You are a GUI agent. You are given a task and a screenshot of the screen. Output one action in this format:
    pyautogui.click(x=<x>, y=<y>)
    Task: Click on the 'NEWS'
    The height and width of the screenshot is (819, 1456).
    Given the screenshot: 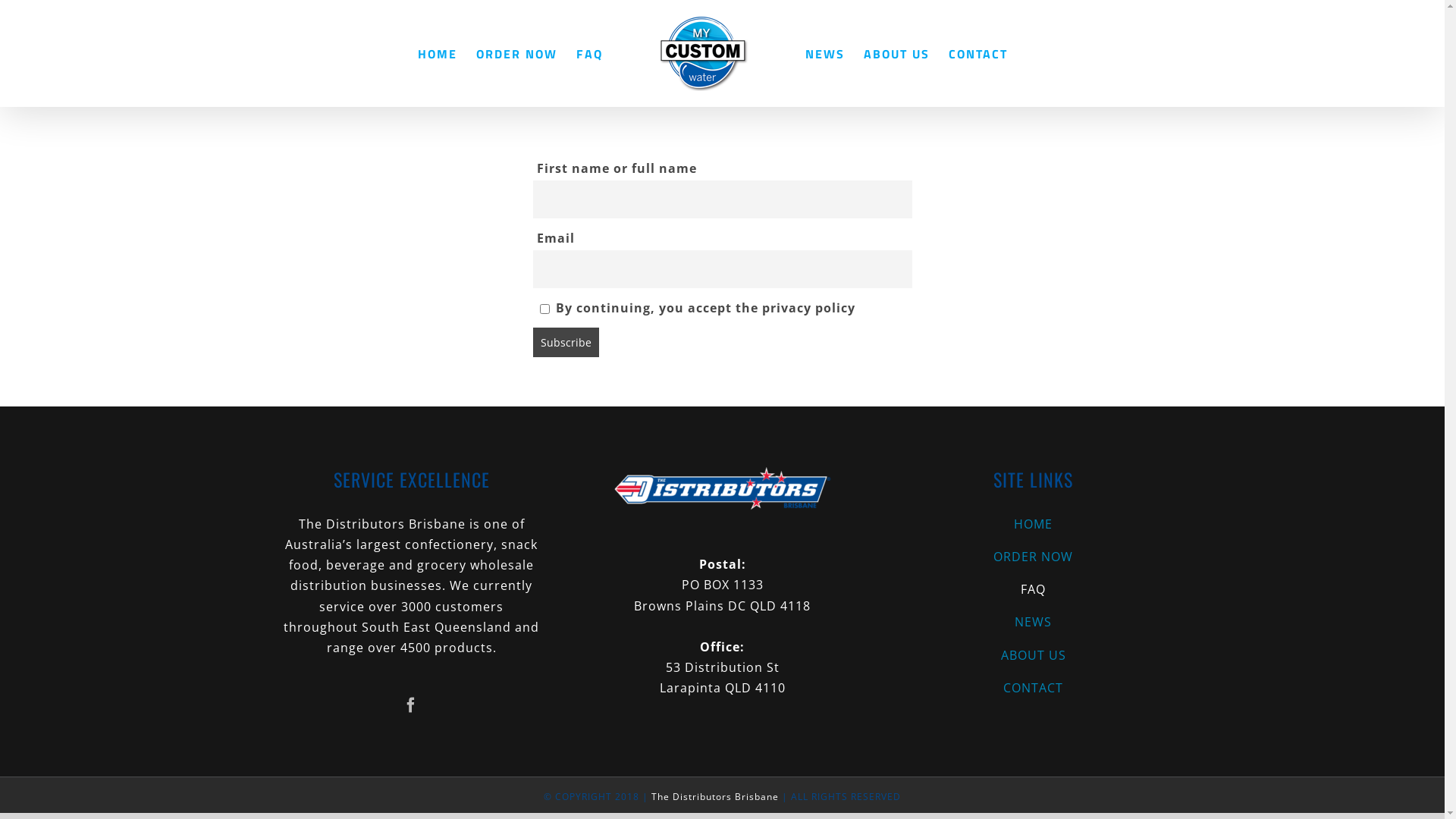 What is the action you would take?
    pyautogui.click(x=824, y=52)
    